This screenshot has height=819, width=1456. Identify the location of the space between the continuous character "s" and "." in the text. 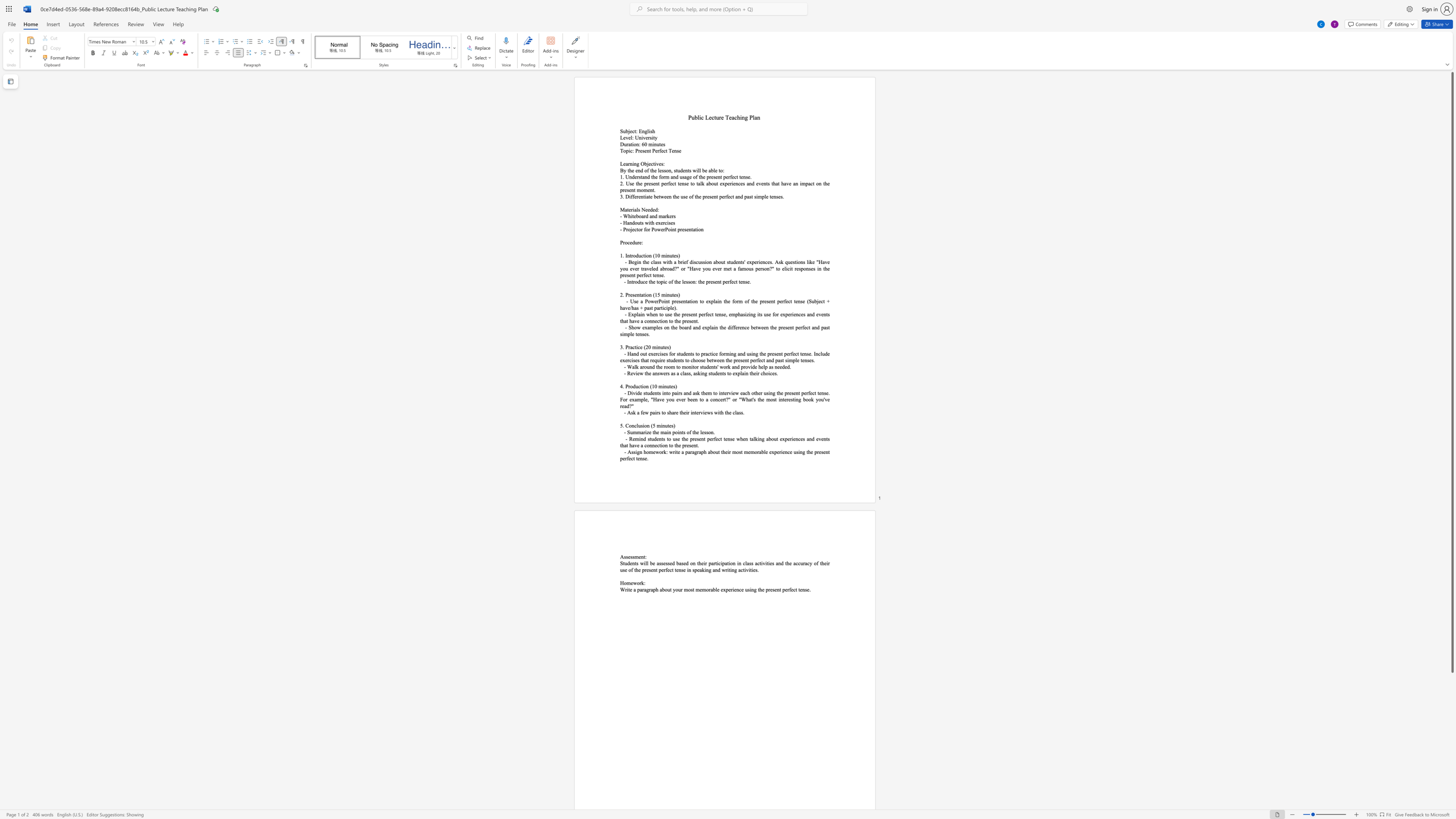
(742, 412).